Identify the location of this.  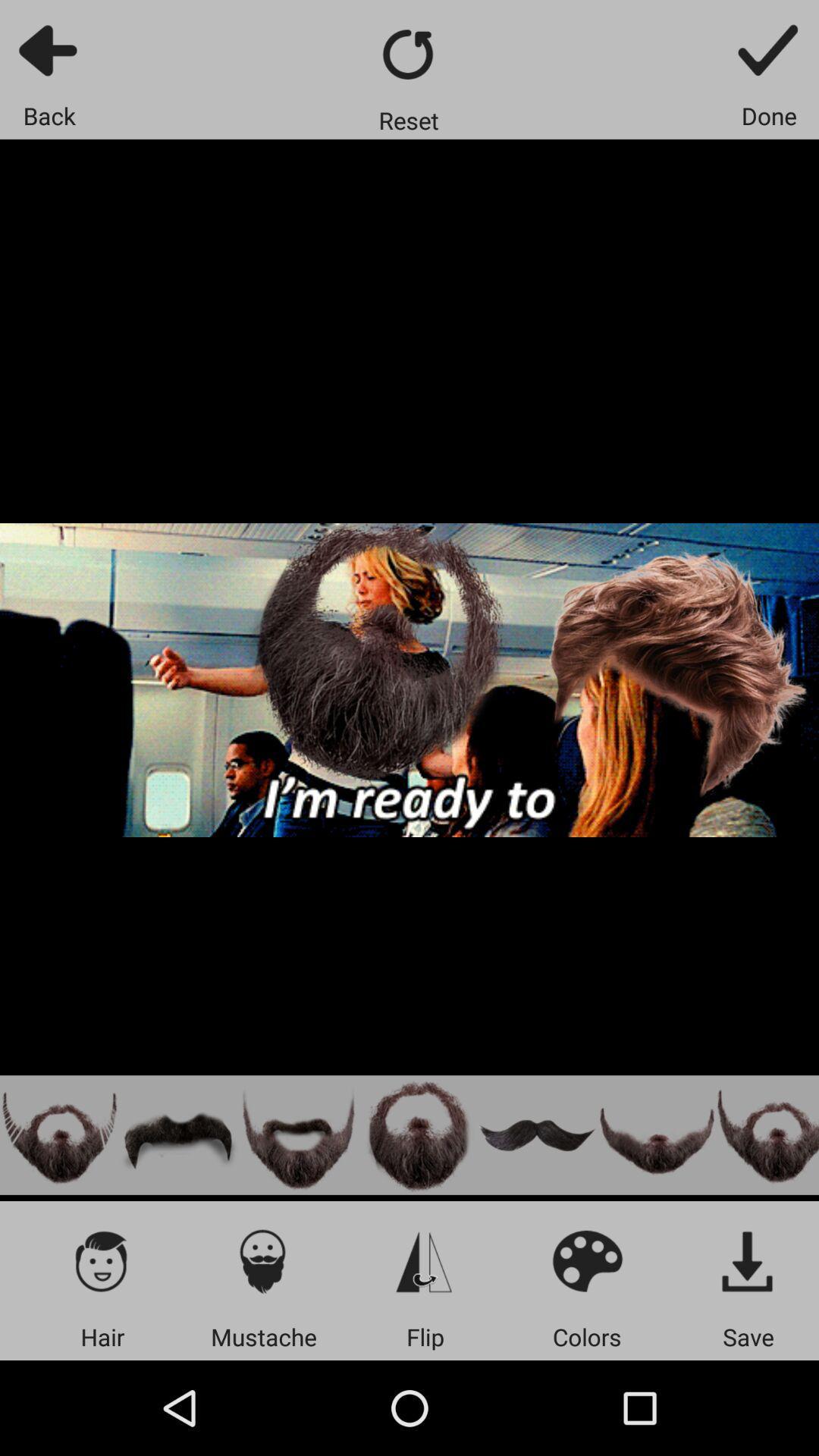
(298, 1135).